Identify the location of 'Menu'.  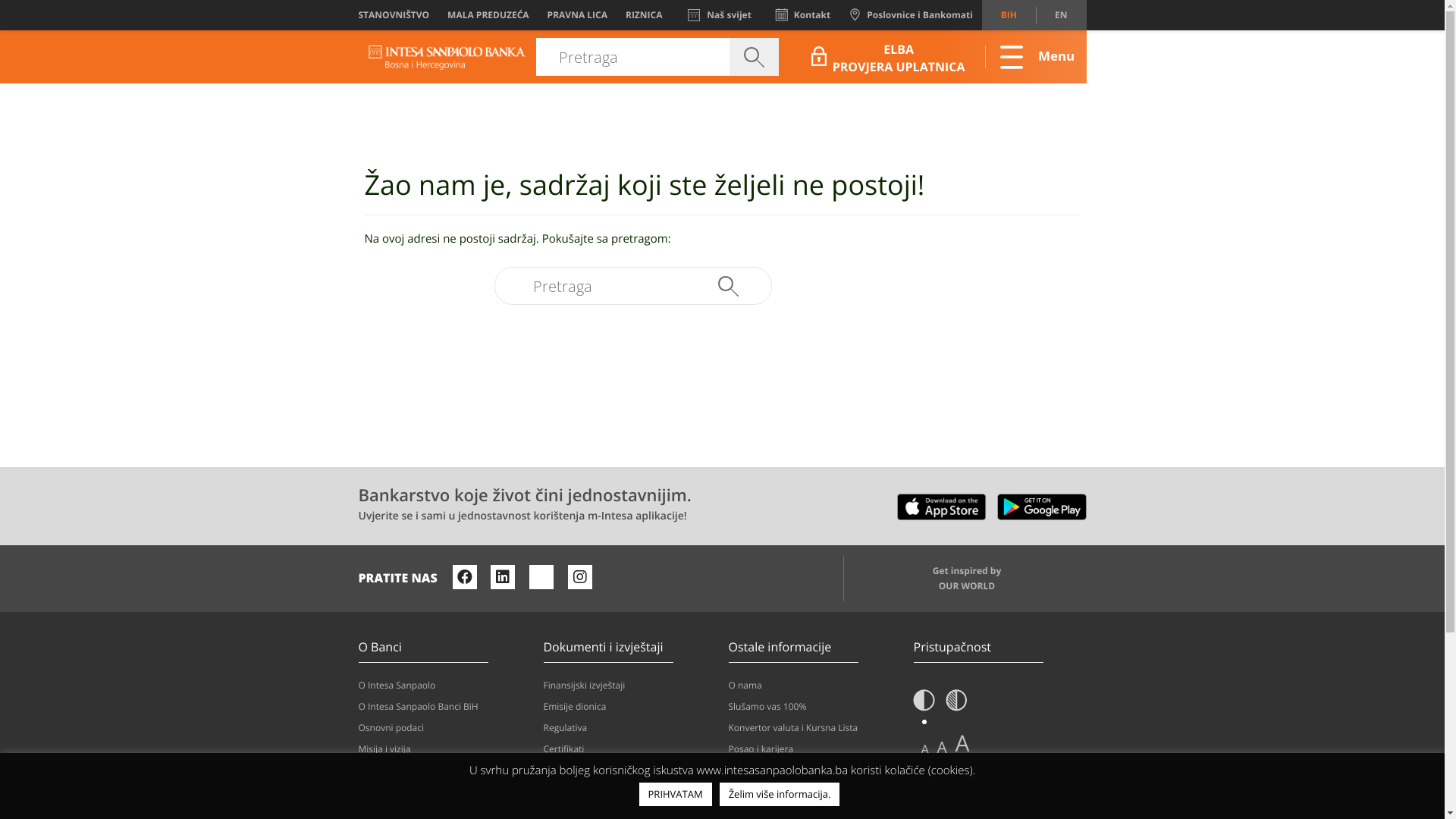
(971, 55).